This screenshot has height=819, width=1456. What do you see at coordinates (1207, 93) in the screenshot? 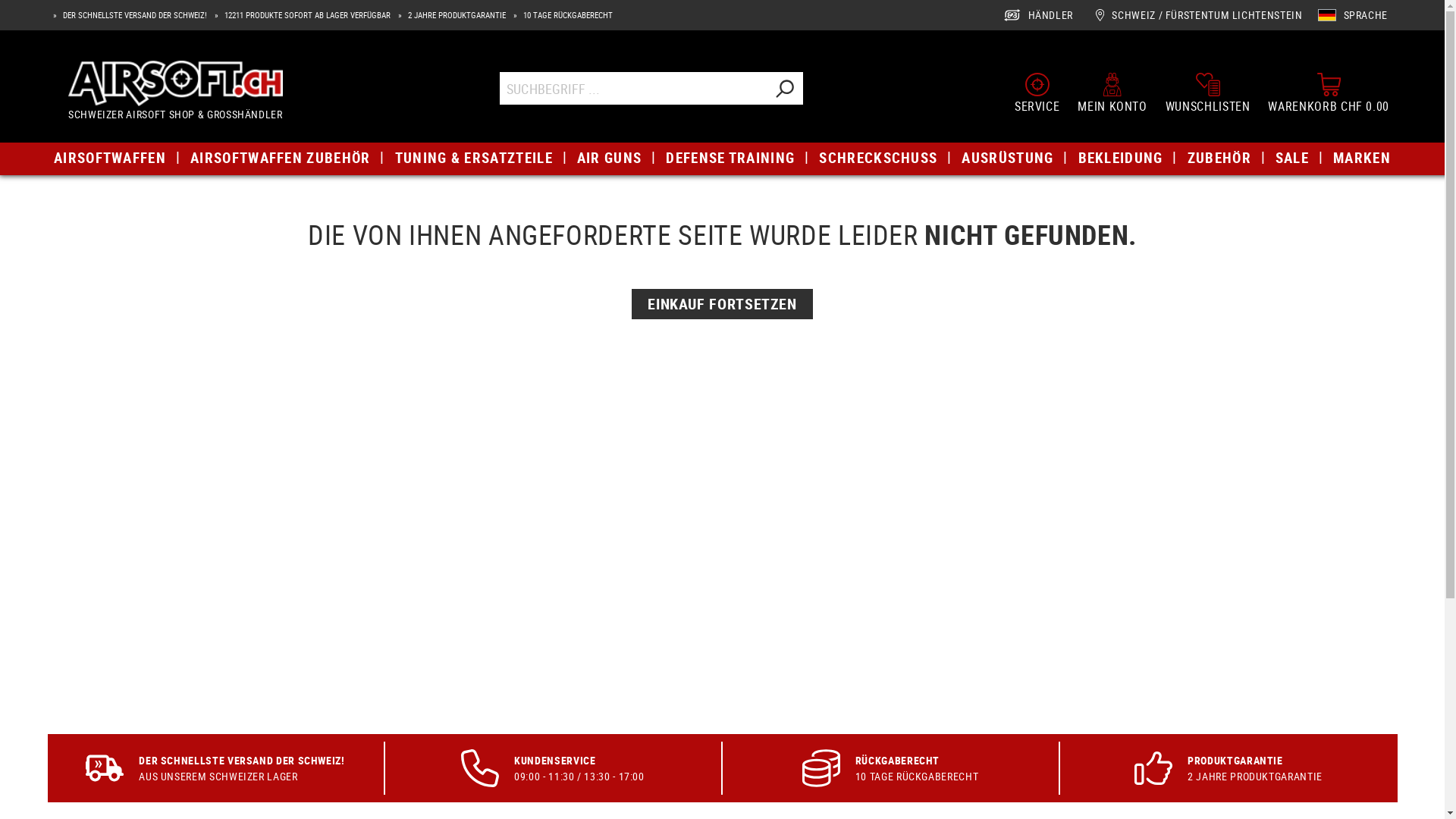
I see `'WUNSCHLISTEN'` at bounding box center [1207, 93].